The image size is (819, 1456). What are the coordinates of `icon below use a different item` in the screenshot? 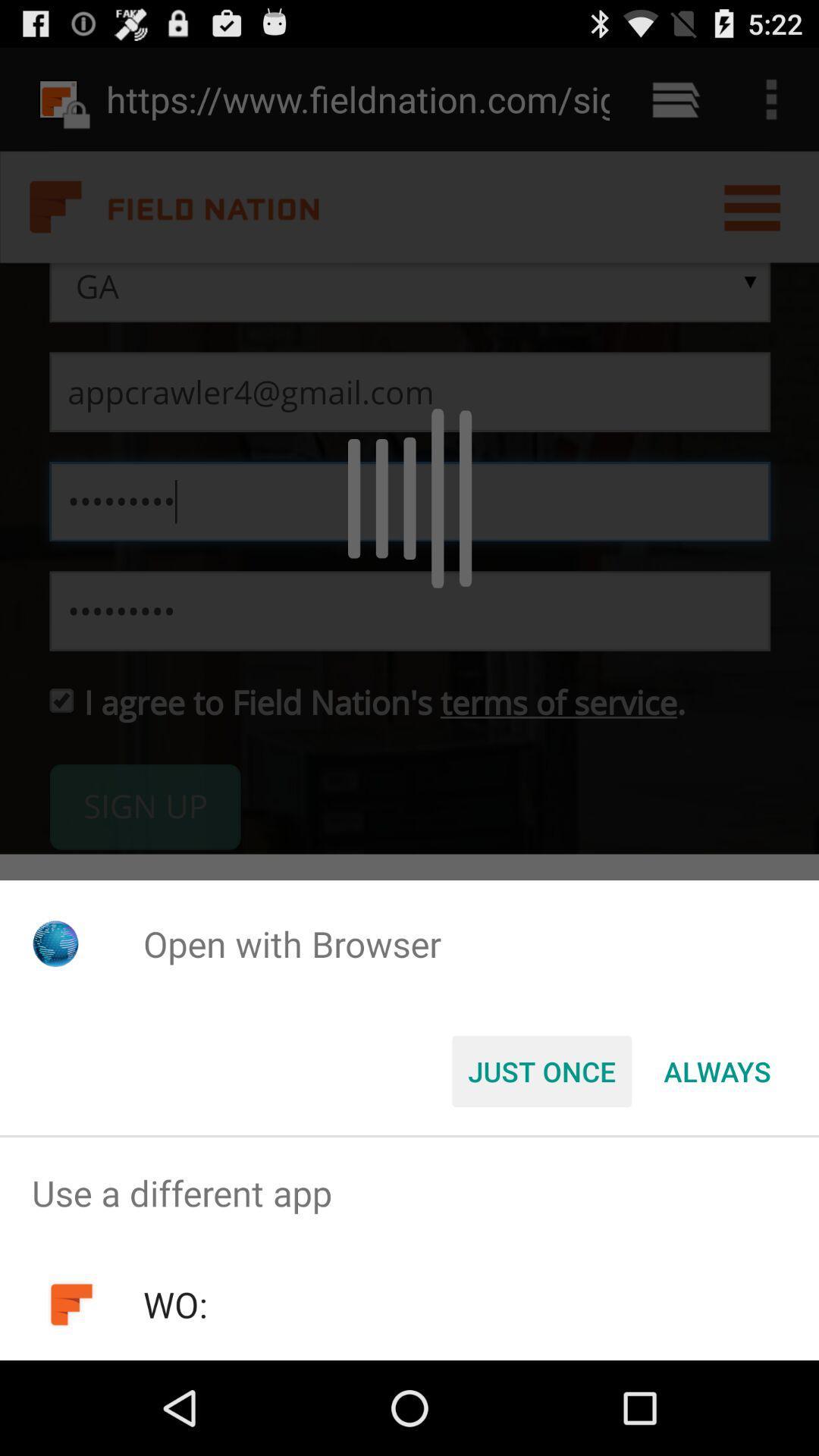 It's located at (174, 1304).